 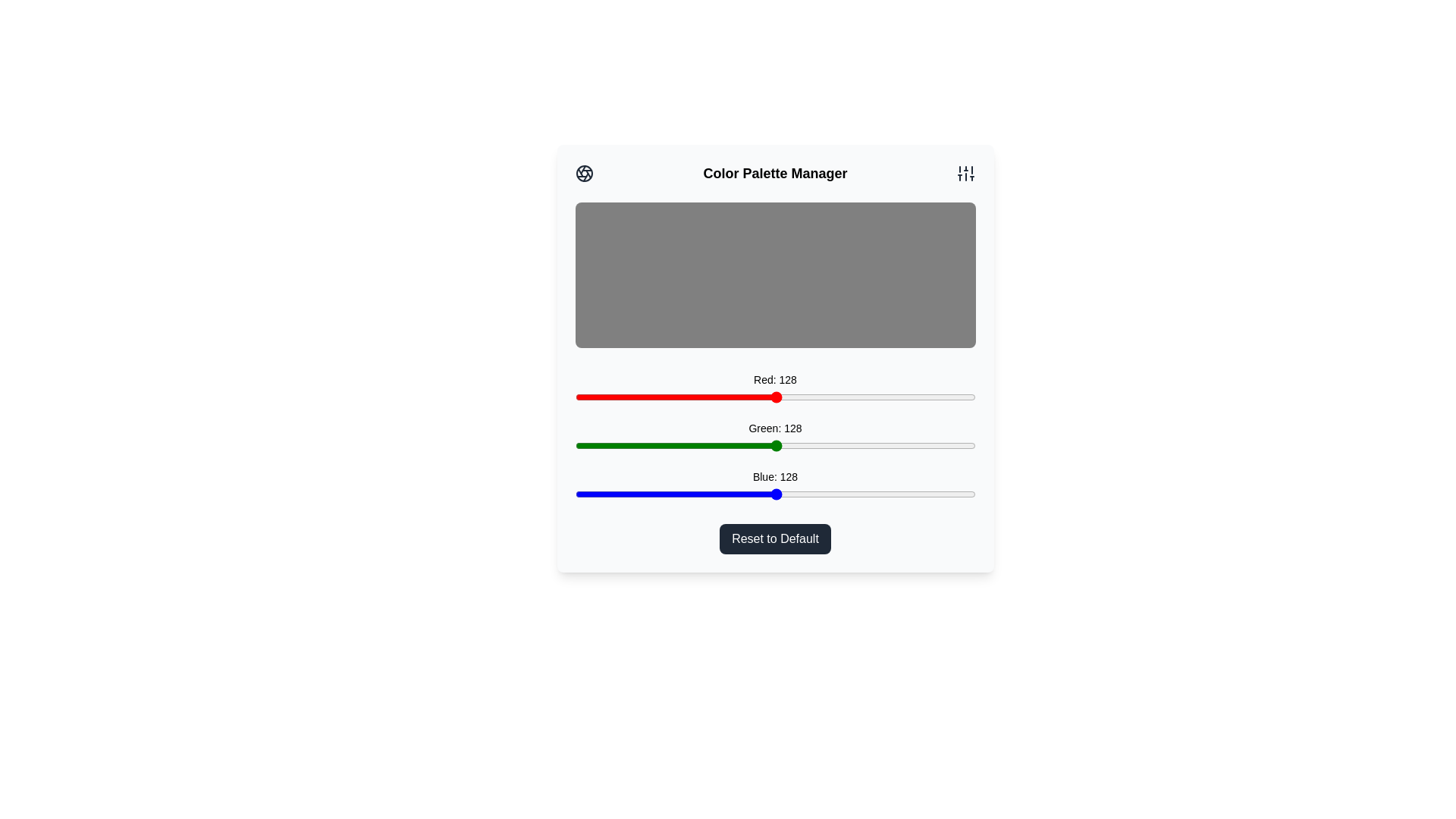 I want to click on the sliders icon in the header, so click(x=965, y=172).